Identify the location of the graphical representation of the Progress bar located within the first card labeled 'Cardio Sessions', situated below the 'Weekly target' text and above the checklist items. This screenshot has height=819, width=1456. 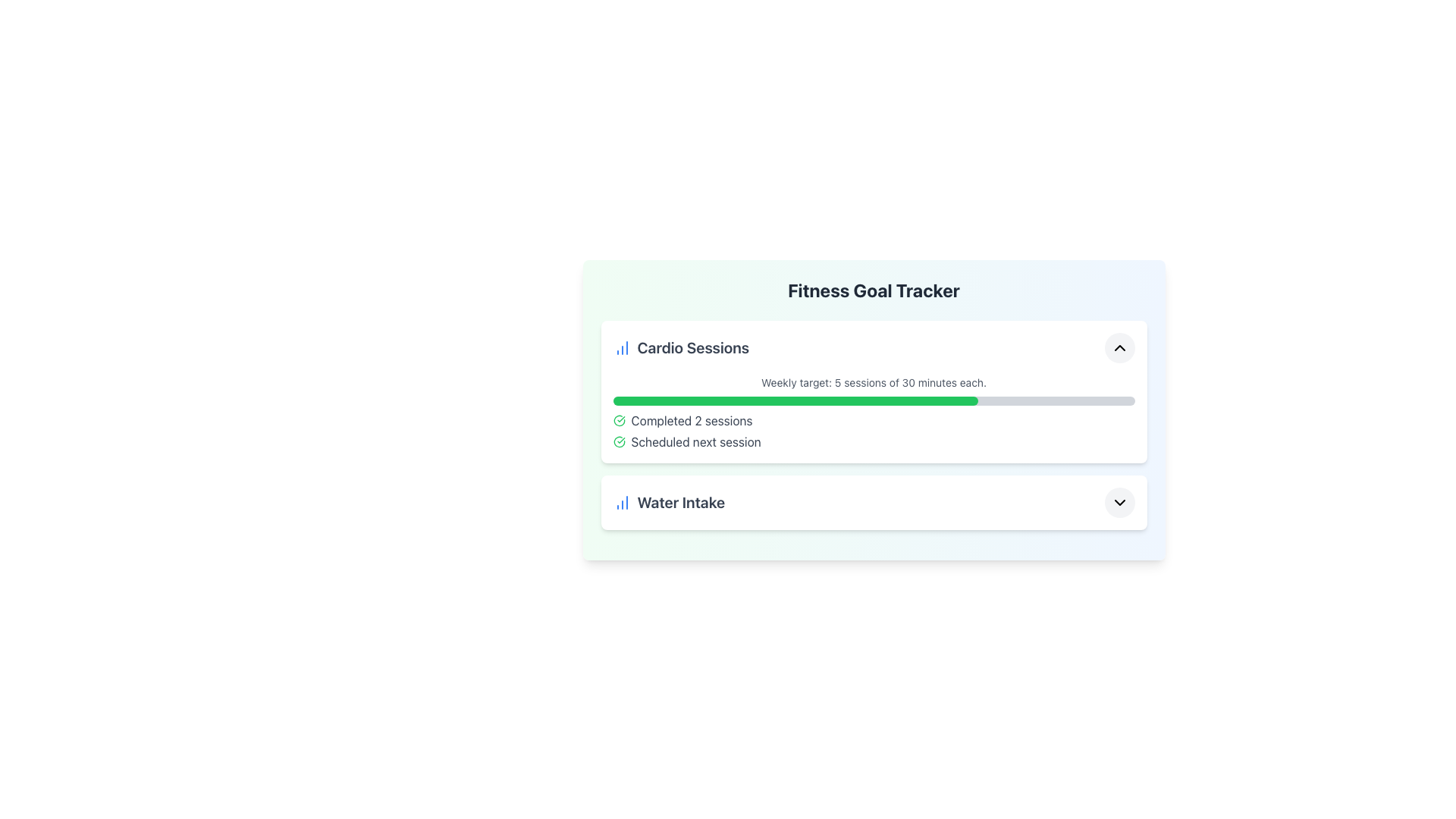
(874, 409).